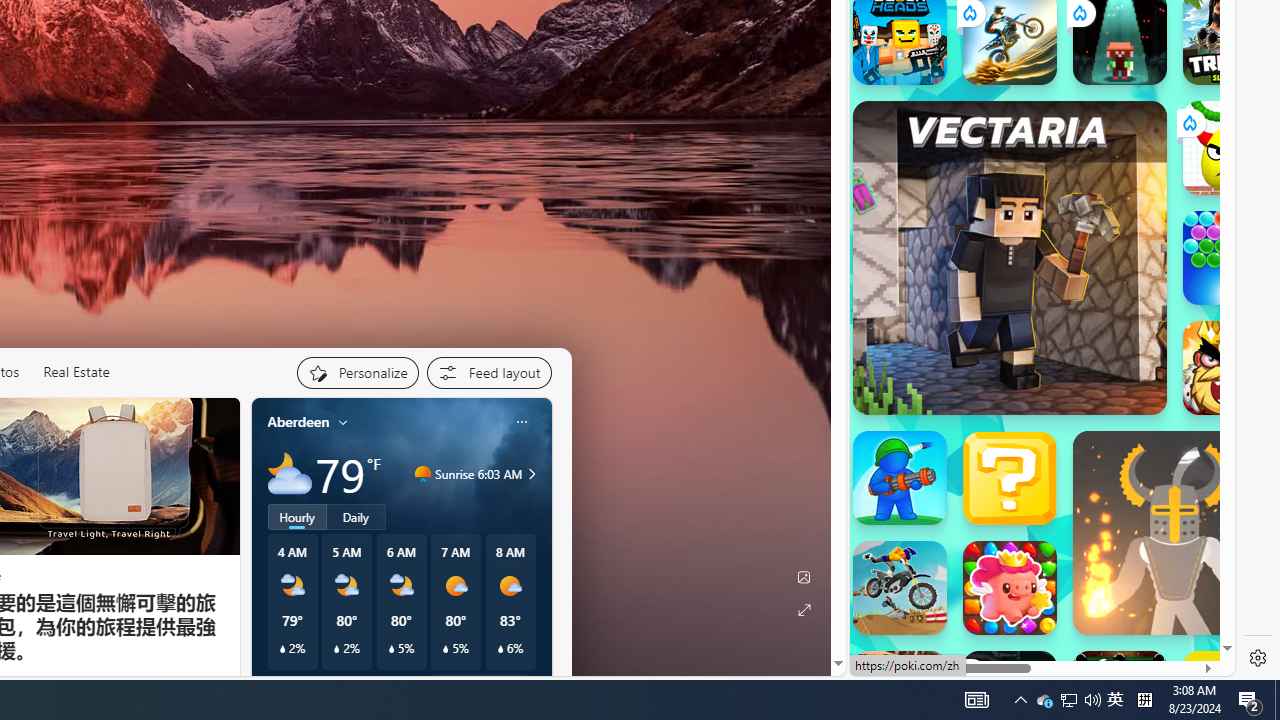 Image resolution: width=1280 pixels, height=720 pixels. Describe the element at coordinates (1229, 257) in the screenshot. I see `'Bubble Shooter'` at that location.